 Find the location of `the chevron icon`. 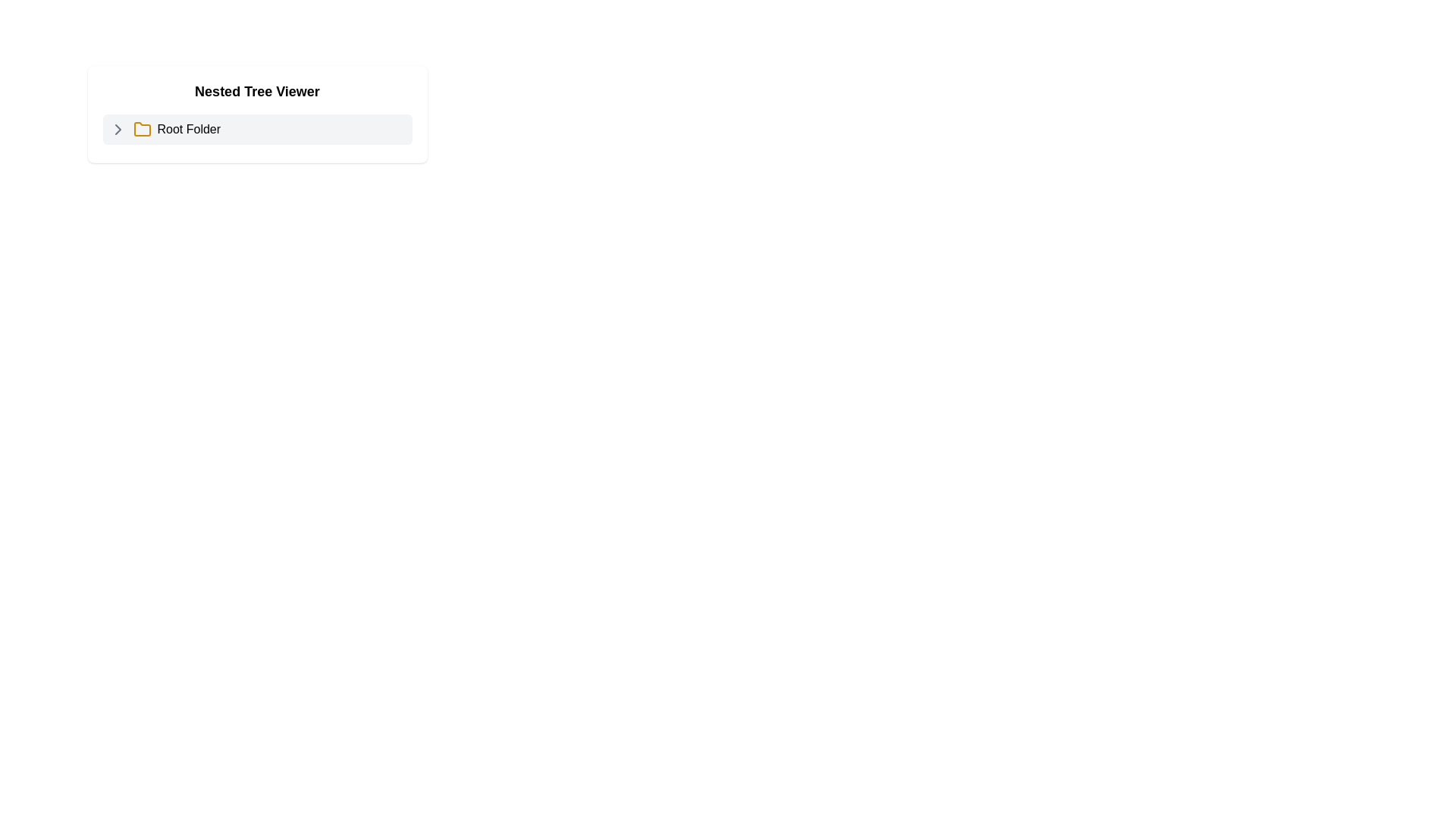

the chevron icon is located at coordinates (117, 128).